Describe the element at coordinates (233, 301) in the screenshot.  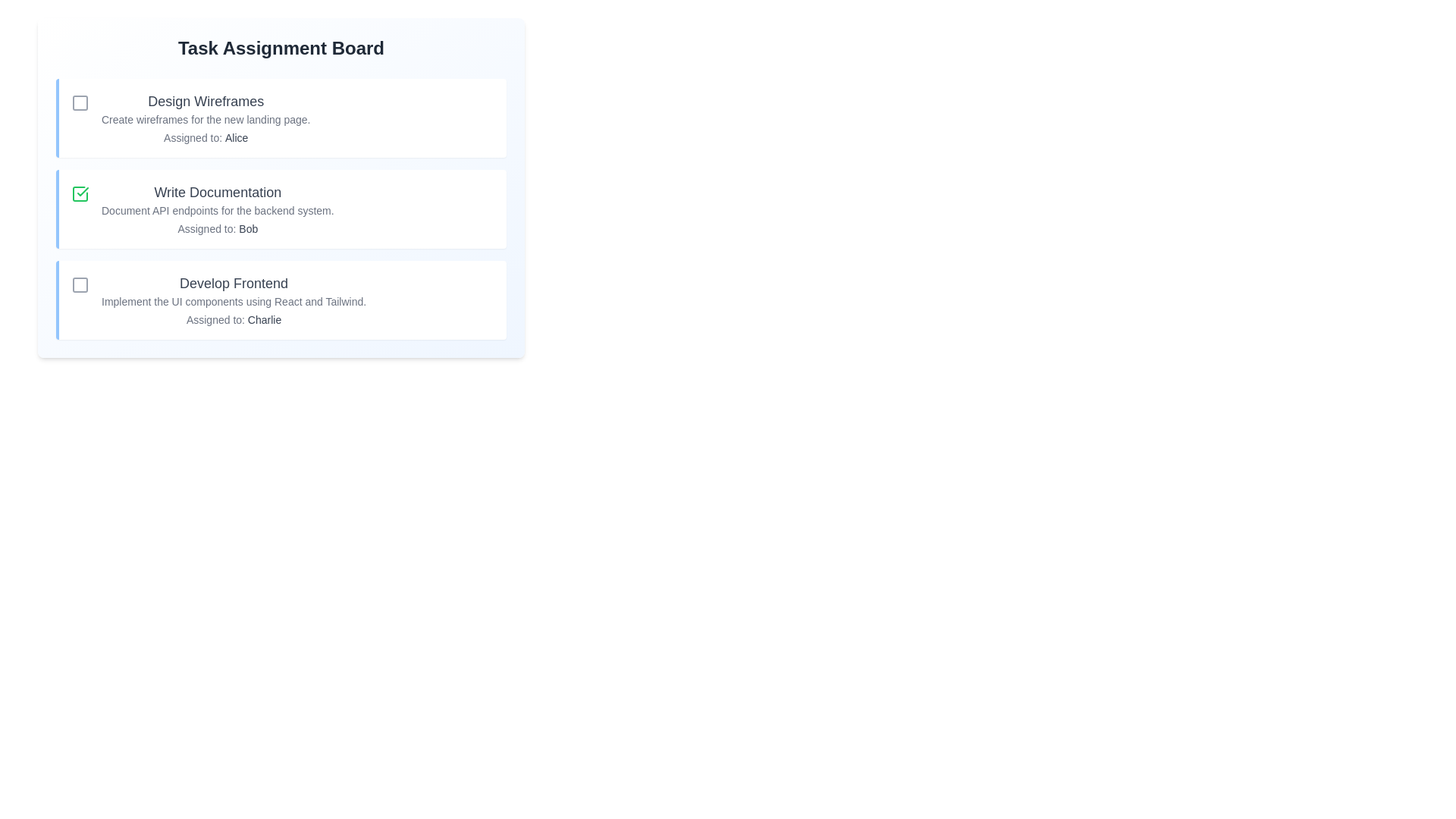
I see `the static text element that provides additional details about the task labeled 'Develop Frontend', positioned centrally between the title and assignment information` at that location.